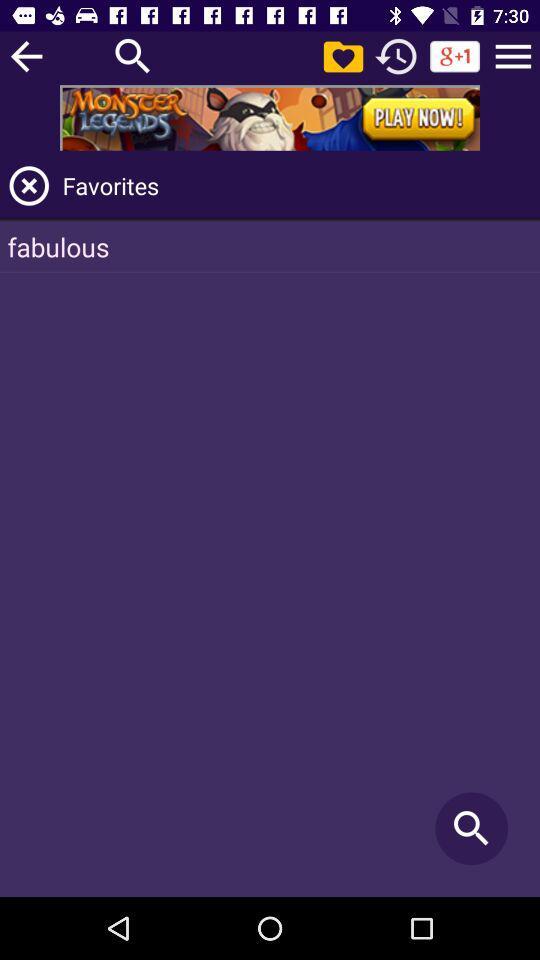 This screenshot has width=540, height=960. I want to click on the page, so click(28, 185).